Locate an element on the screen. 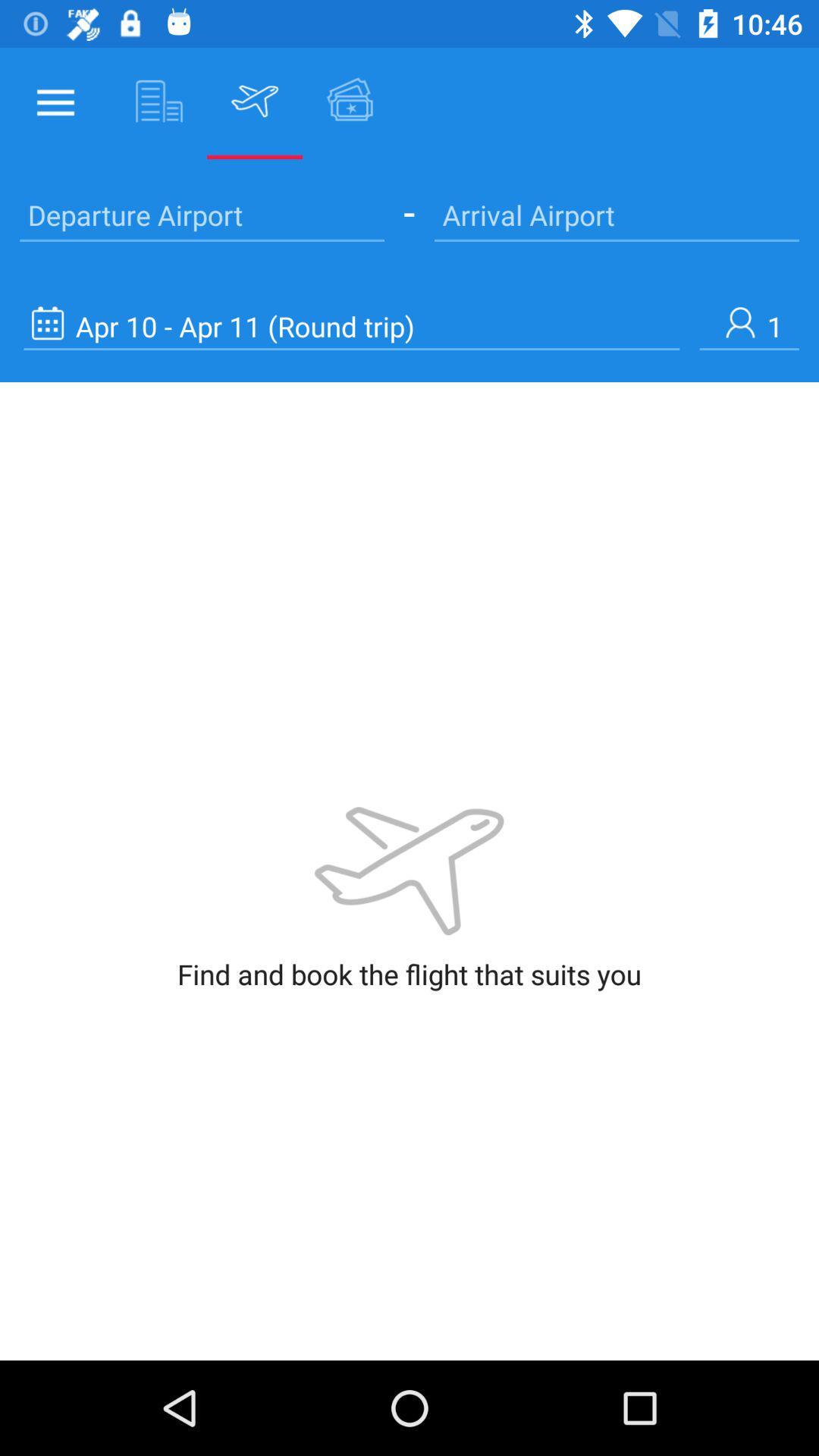 This screenshot has height=1456, width=819. the text field arrival airport on the web page is located at coordinates (617, 214).